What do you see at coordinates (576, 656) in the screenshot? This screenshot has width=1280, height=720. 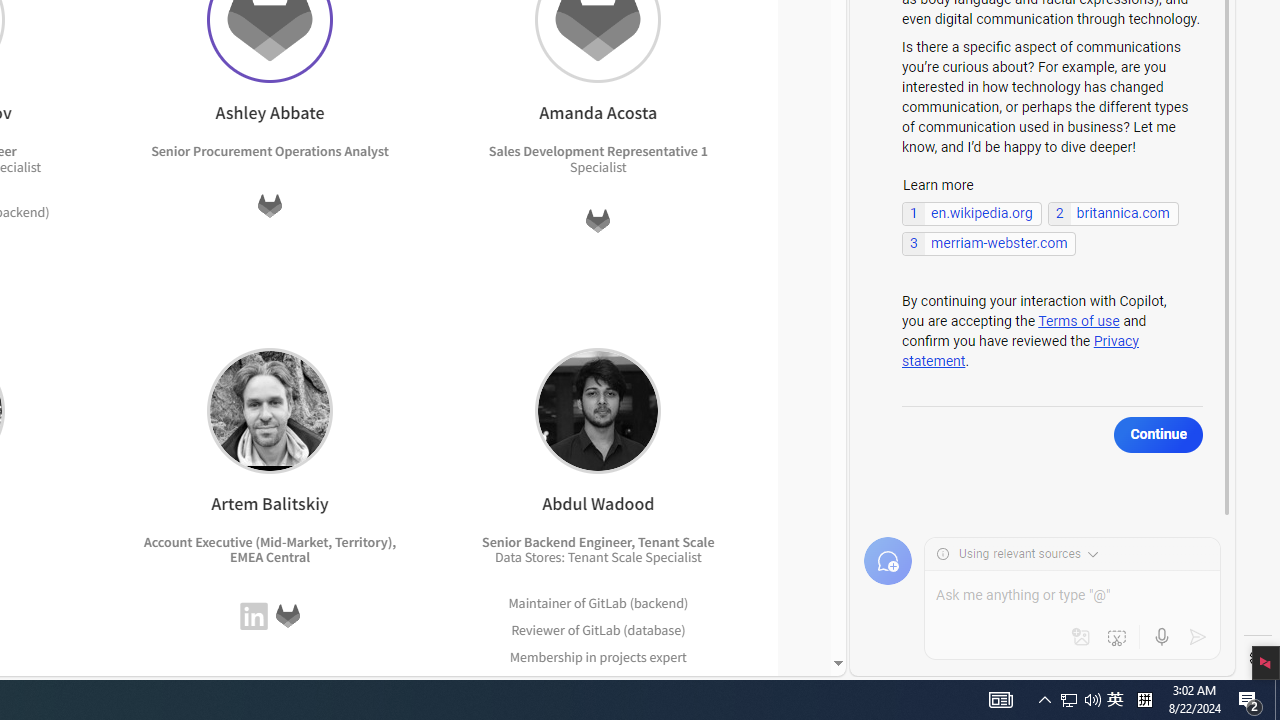 I see `'Membership in projects'` at bounding box center [576, 656].